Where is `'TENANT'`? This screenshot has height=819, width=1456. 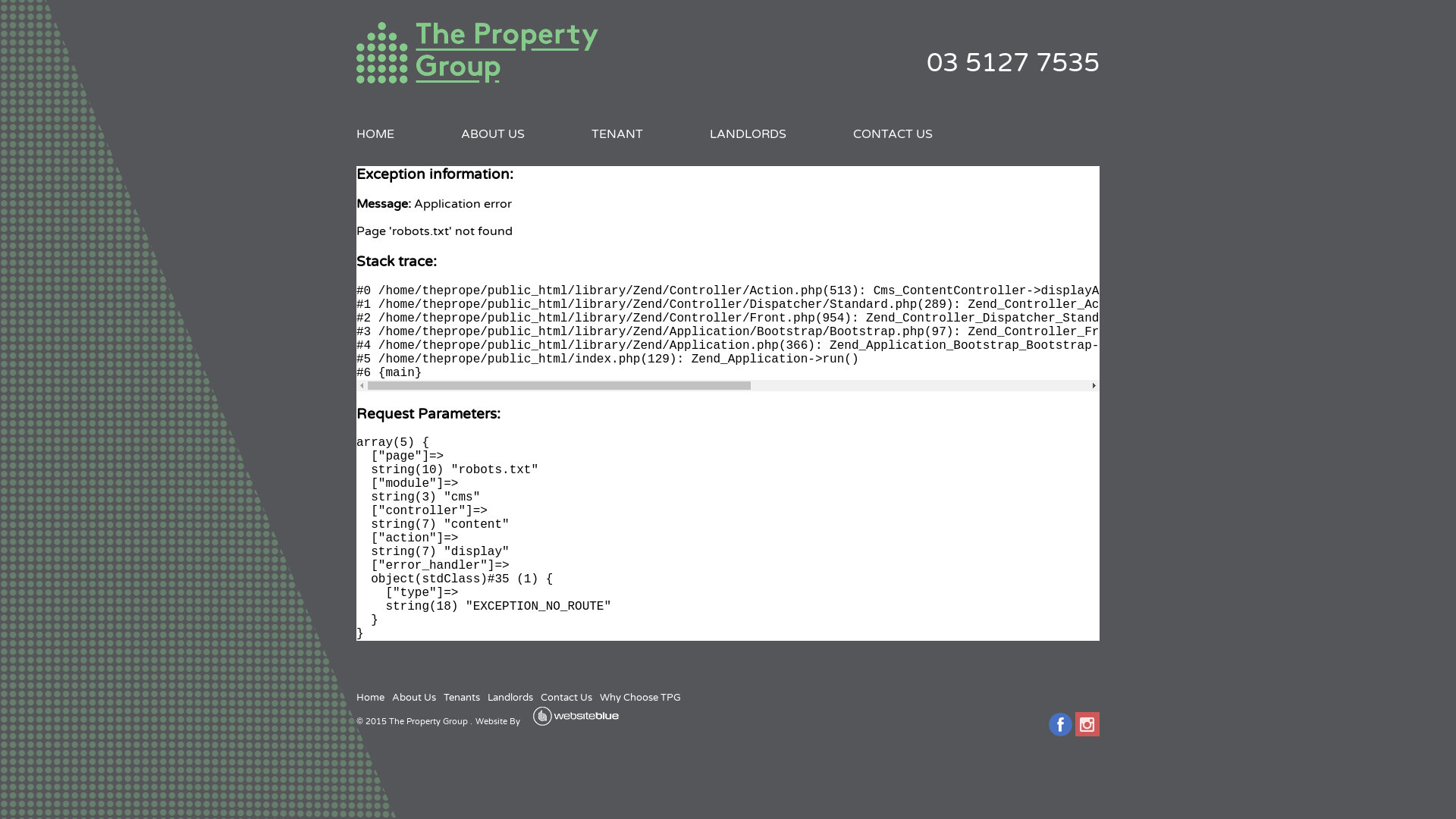
'TENANT' is located at coordinates (617, 133).